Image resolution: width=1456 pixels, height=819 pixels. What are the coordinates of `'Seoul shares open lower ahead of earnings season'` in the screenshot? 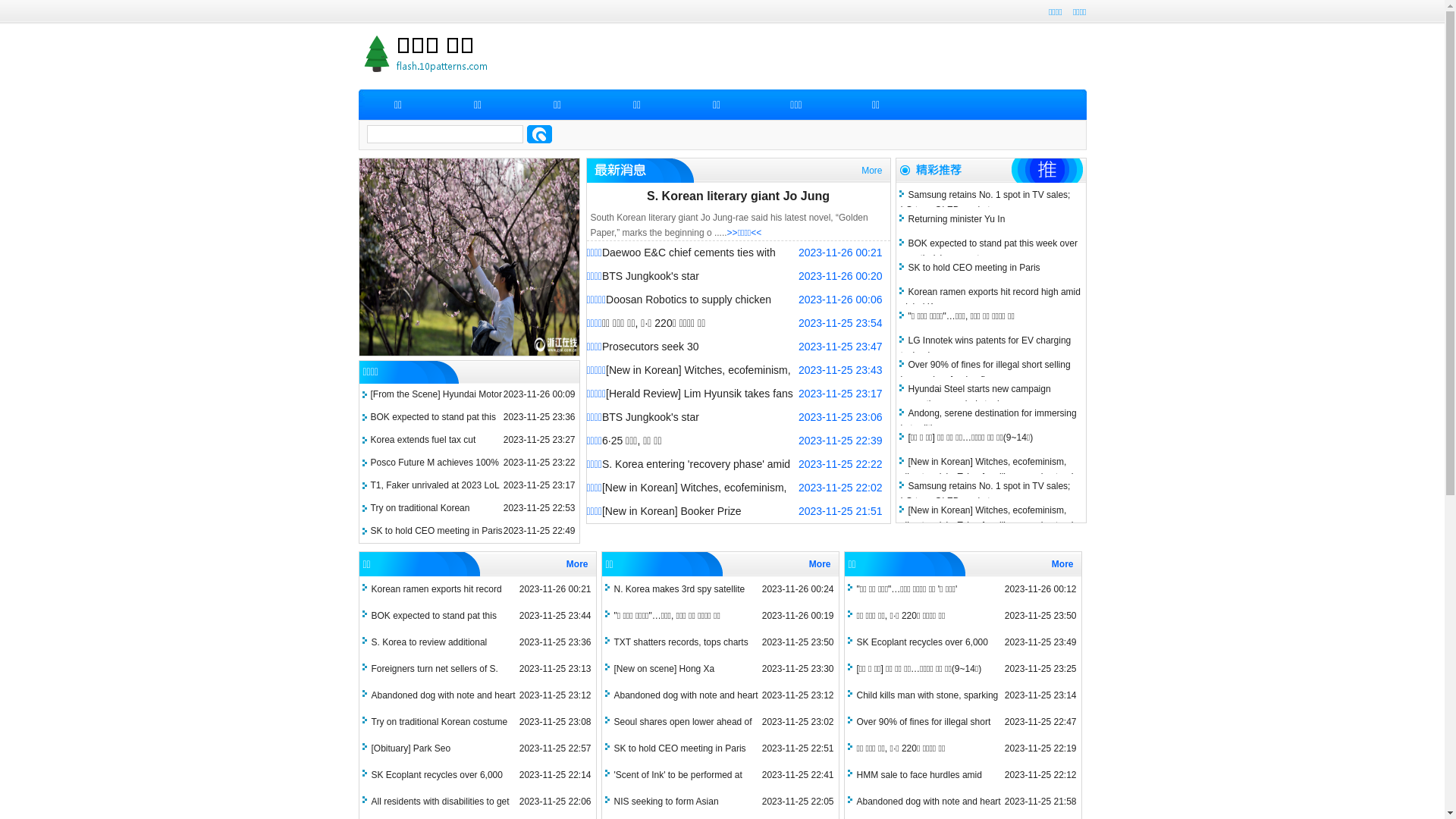 It's located at (679, 730).